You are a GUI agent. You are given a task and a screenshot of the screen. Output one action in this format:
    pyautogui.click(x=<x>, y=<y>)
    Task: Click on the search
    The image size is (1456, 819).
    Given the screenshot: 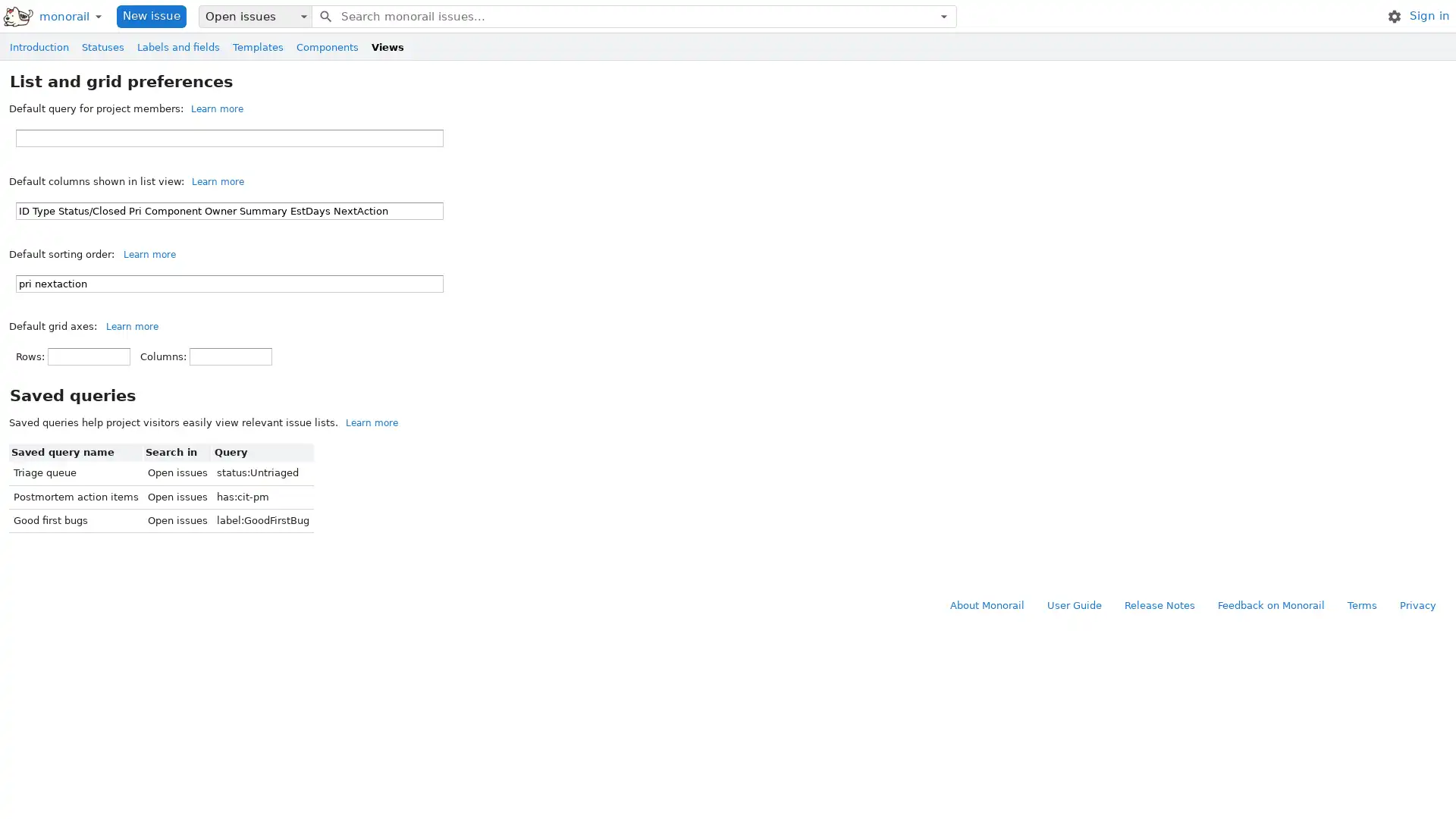 What is the action you would take?
    pyautogui.click(x=324, y=15)
    